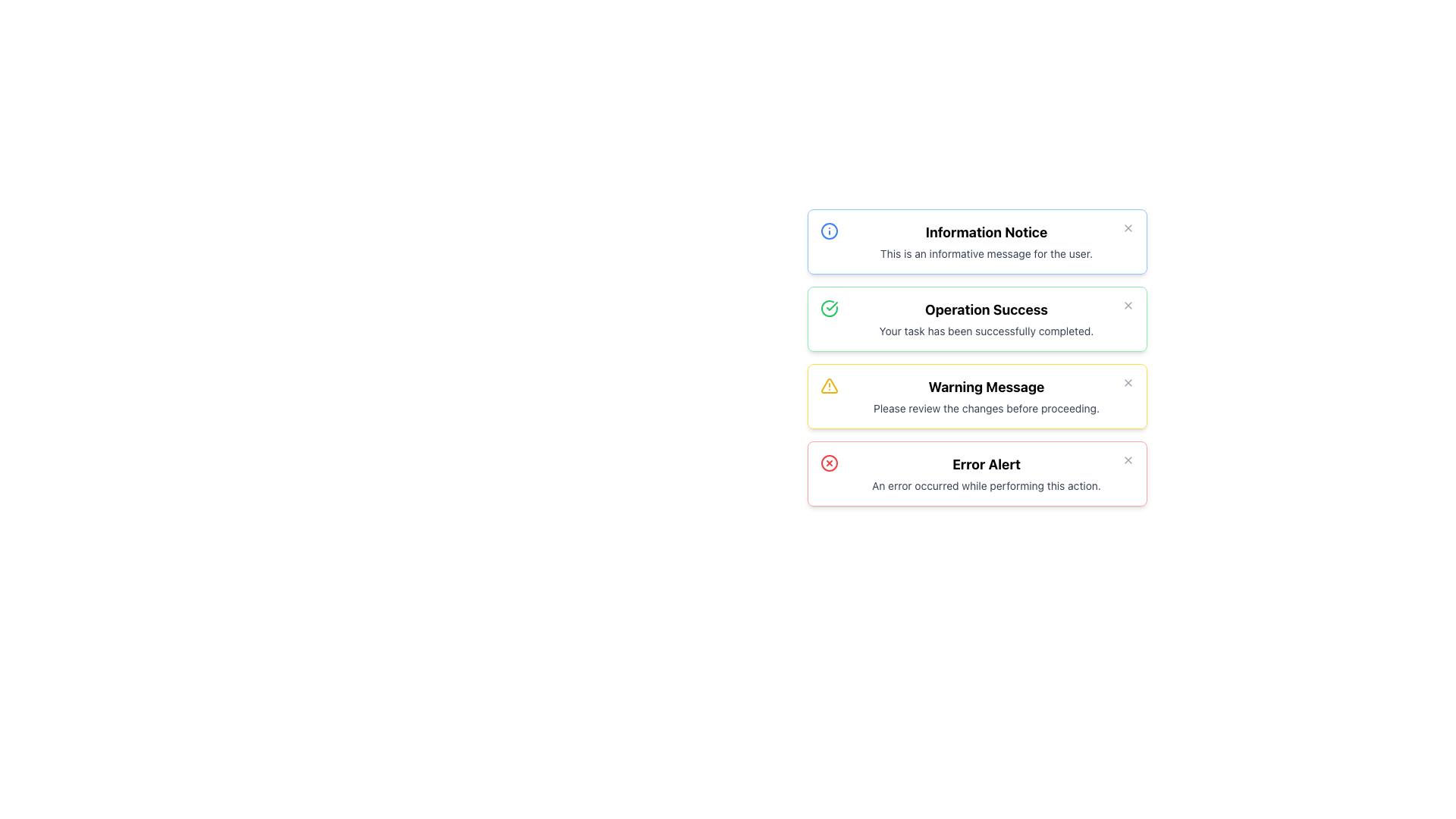  I want to click on the 'Information Notice' title text label located at the top of the notification panel, which serves to indicate the type of notification to the user, so click(986, 233).